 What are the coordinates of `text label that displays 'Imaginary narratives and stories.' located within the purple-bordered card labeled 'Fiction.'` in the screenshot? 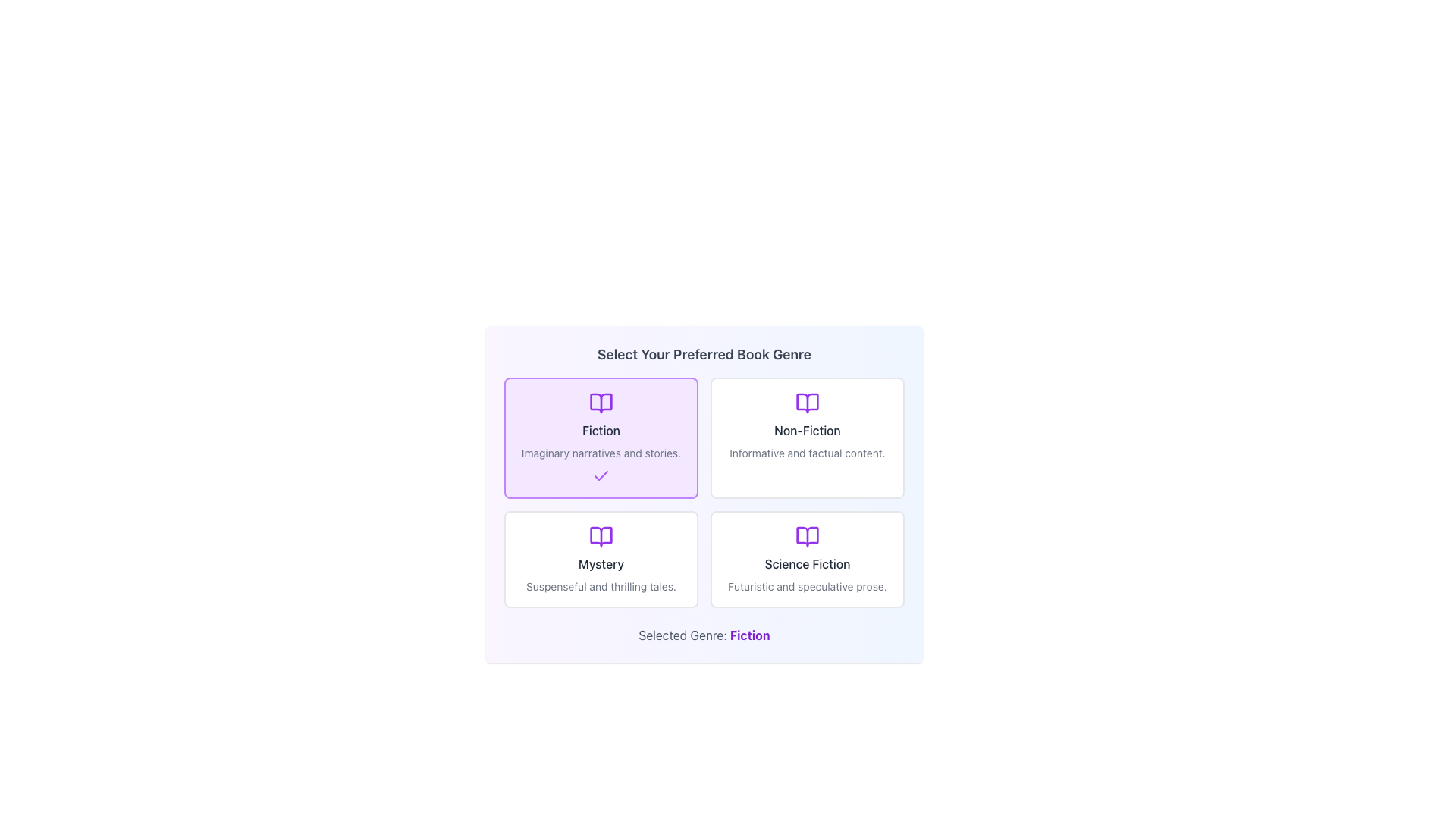 It's located at (600, 452).